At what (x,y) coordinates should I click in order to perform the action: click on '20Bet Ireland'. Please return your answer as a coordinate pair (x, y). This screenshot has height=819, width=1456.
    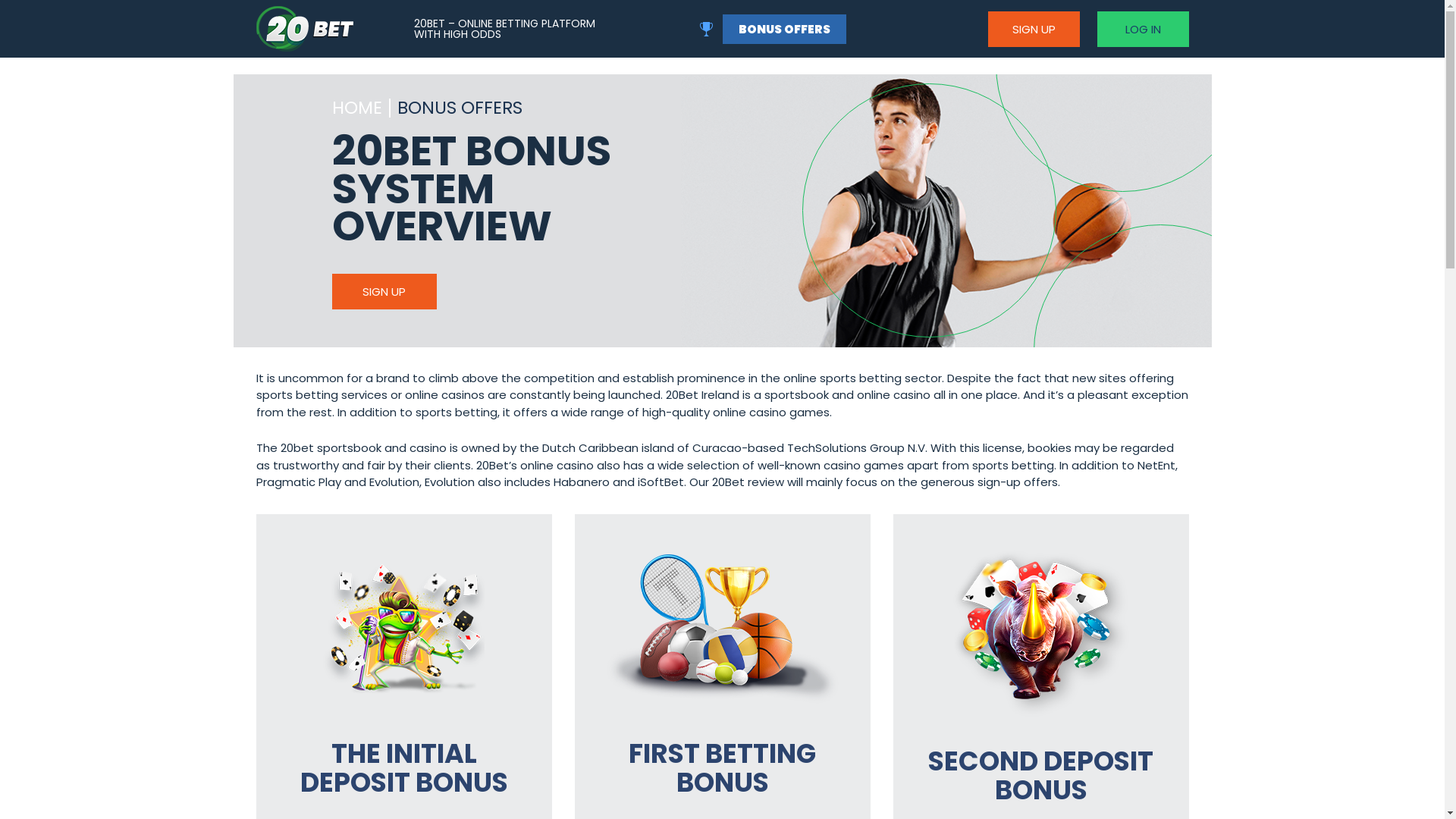
    Looking at the image, I should click on (304, 29).